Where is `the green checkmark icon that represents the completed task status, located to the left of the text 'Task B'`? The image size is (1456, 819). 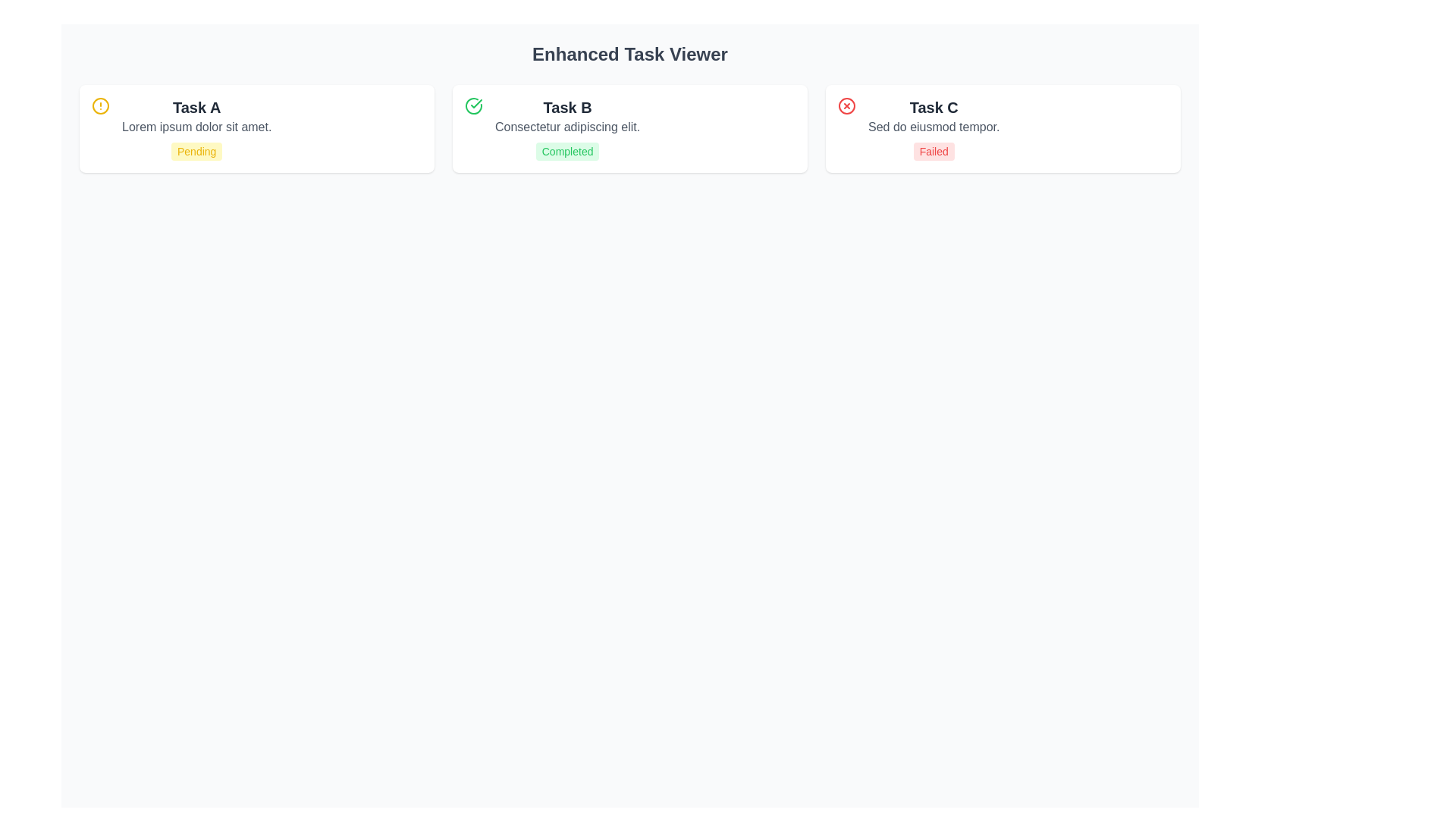 the green checkmark icon that represents the completed task status, located to the left of the text 'Task B' is located at coordinates (472, 105).